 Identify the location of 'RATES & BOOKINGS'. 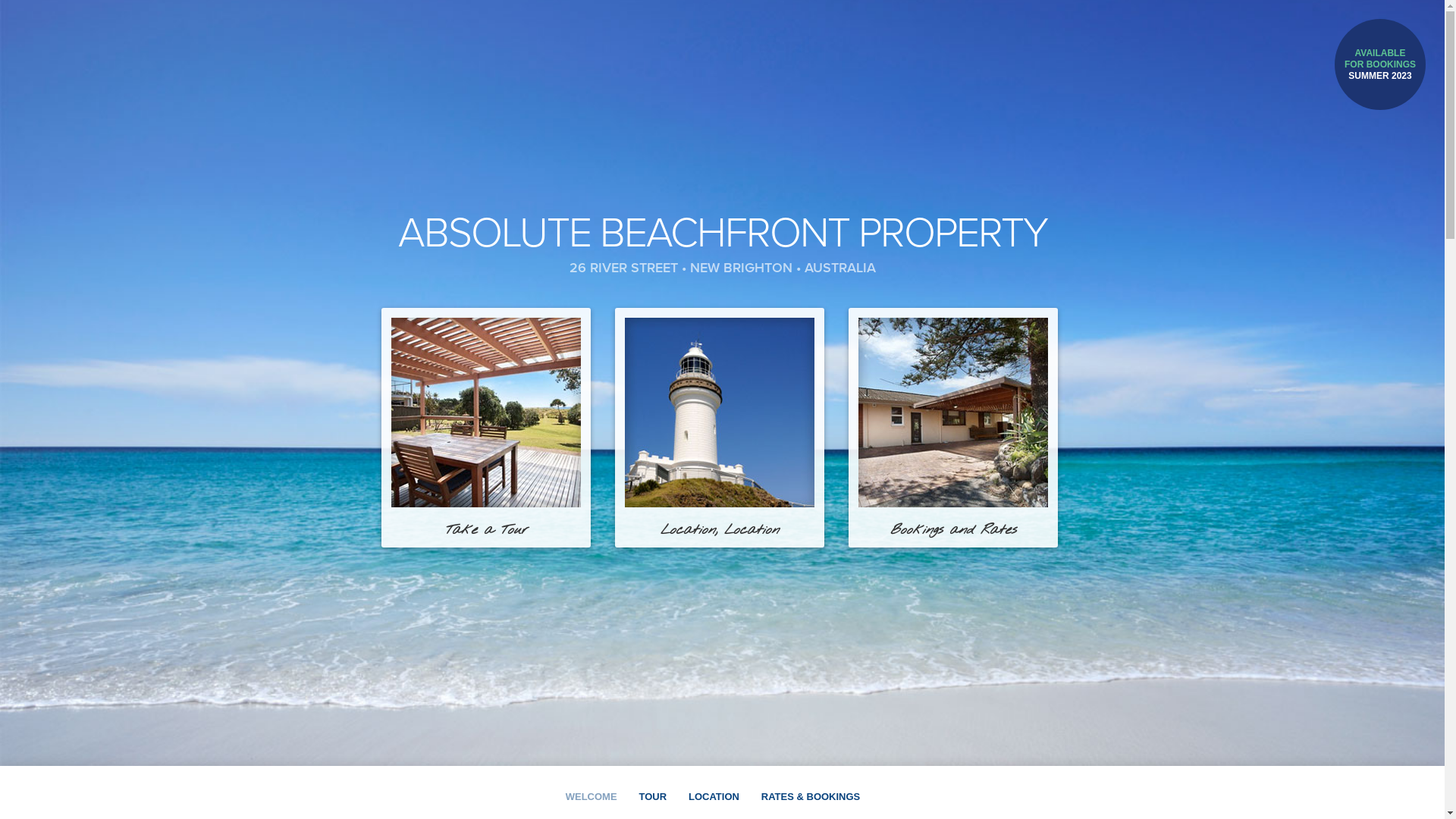
(761, 795).